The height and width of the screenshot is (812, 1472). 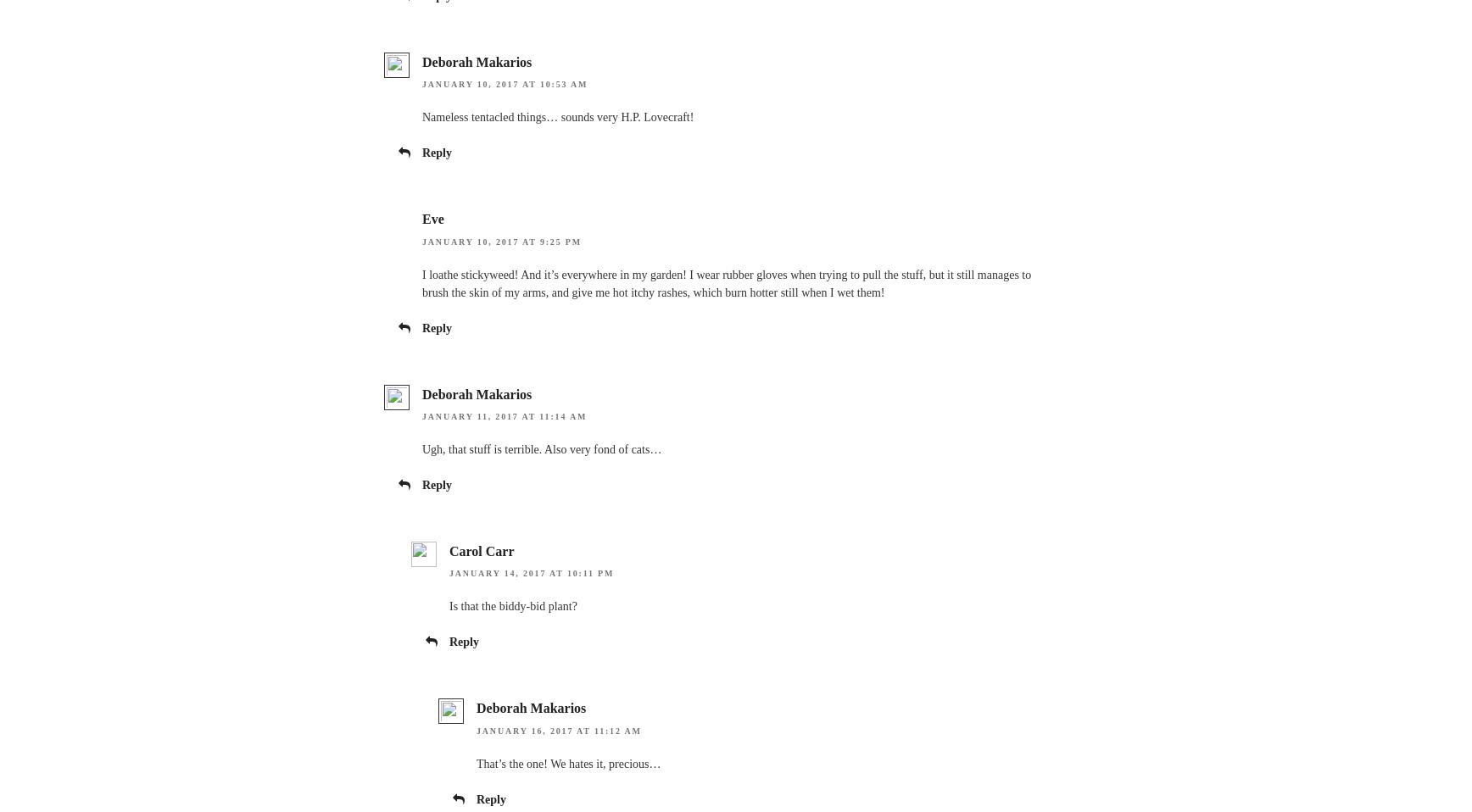 What do you see at coordinates (727, 281) in the screenshot?
I see `'I loathe stickyweed! And it’s everywhere in my garden! I wear rubber gloves when trying to pull the stuff, but it still manages to brush the skin of my arms, and give me hot itchy rashes, which burn hotter still when I wet them!'` at bounding box center [727, 281].